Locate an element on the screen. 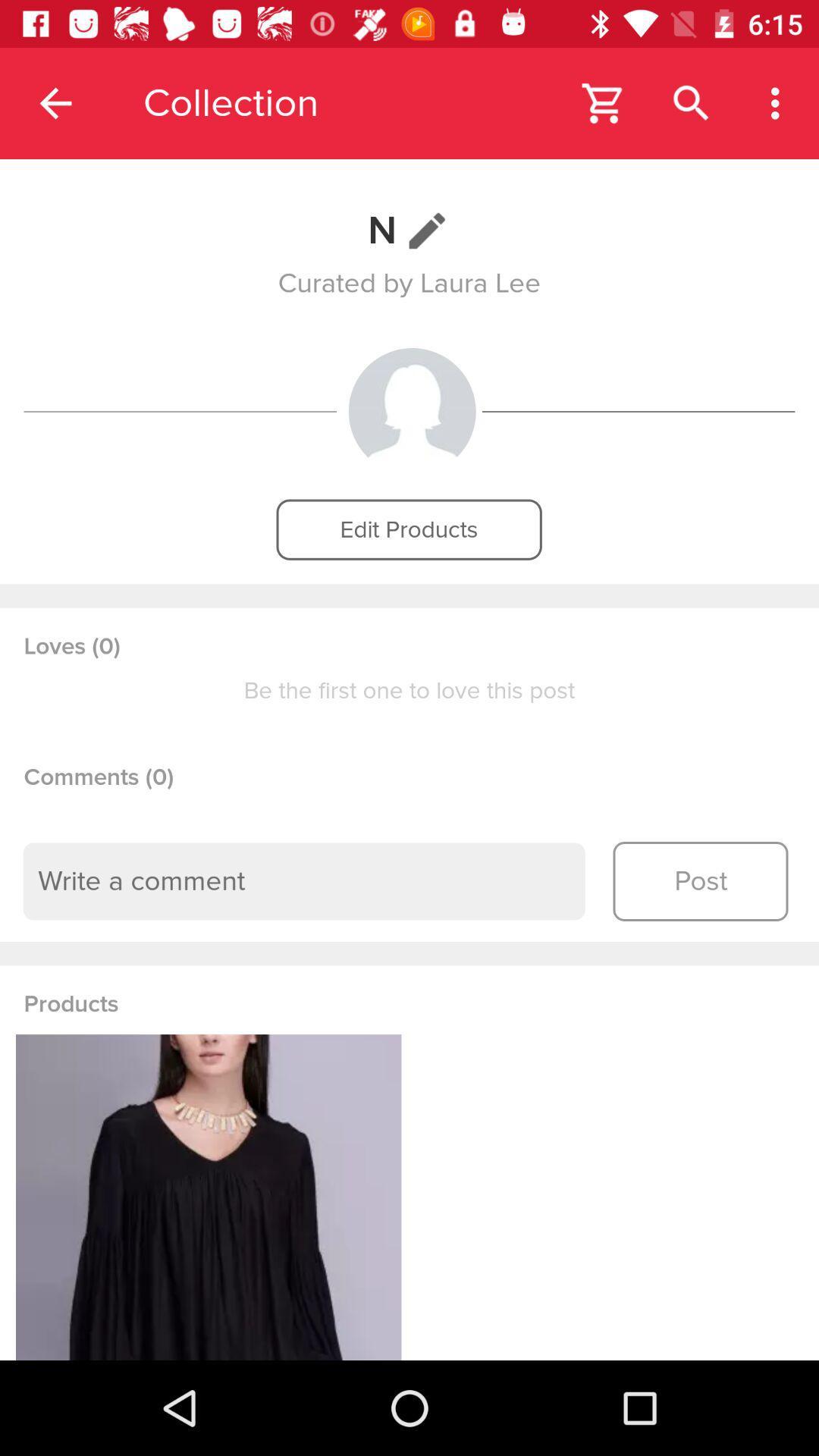 The height and width of the screenshot is (1456, 819). app next to collection icon is located at coordinates (603, 102).